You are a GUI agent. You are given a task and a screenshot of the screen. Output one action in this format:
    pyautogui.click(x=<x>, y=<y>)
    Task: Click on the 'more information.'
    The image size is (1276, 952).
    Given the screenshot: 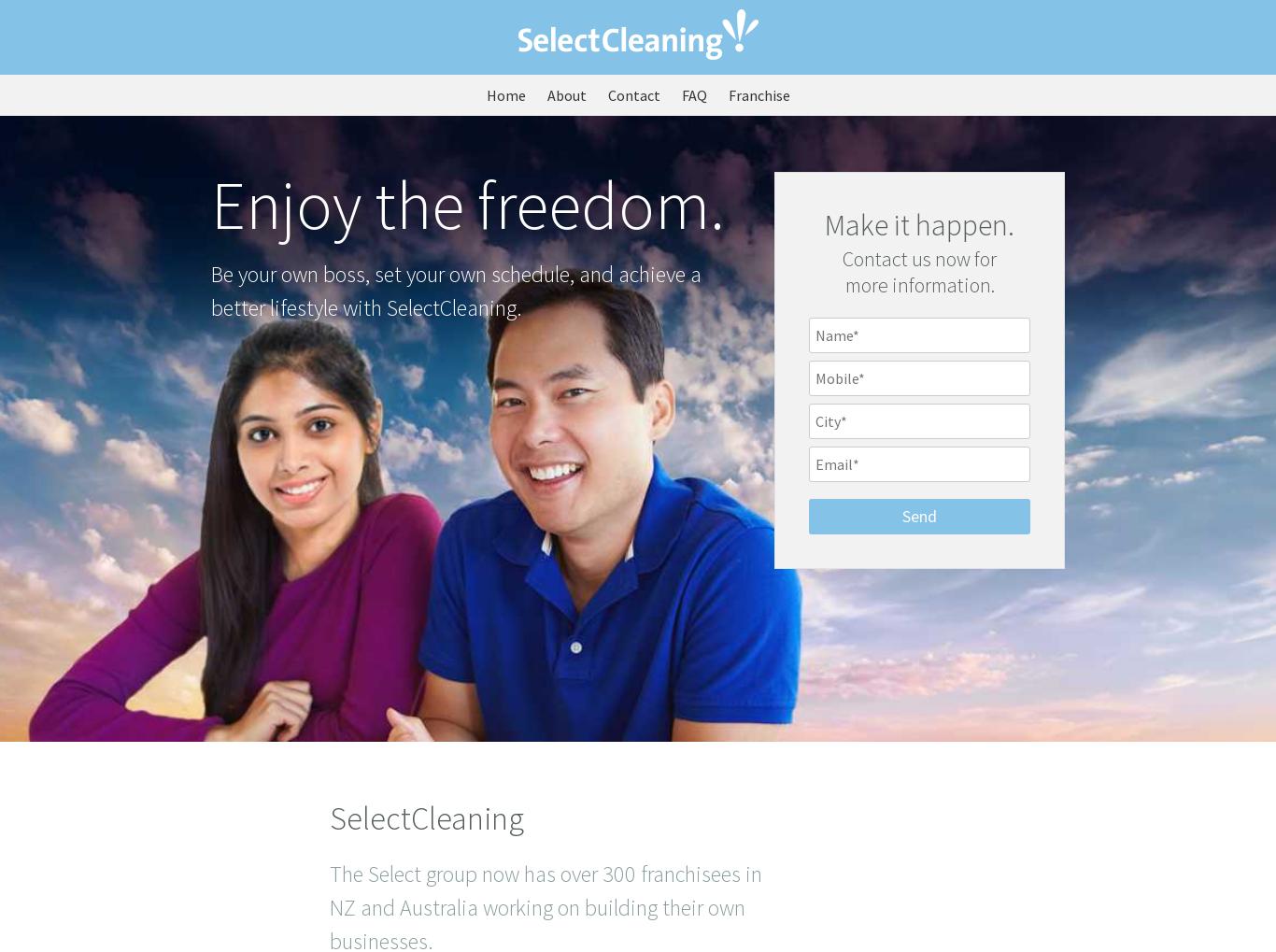 What is the action you would take?
    pyautogui.click(x=919, y=283)
    